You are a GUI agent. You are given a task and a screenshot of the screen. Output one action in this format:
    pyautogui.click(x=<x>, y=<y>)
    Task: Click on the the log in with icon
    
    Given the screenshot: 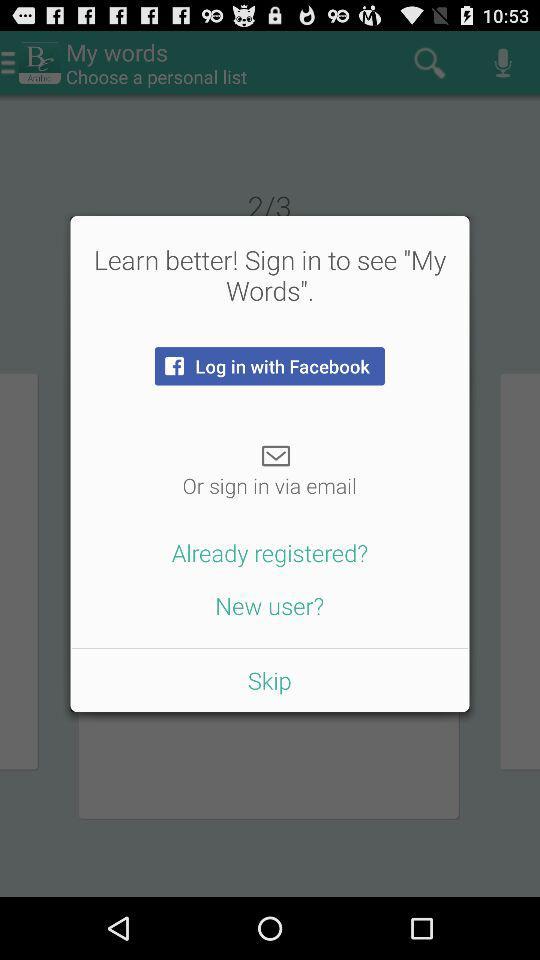 What is the action you would take?
    pyautogui.click(x=269, y=365)
    